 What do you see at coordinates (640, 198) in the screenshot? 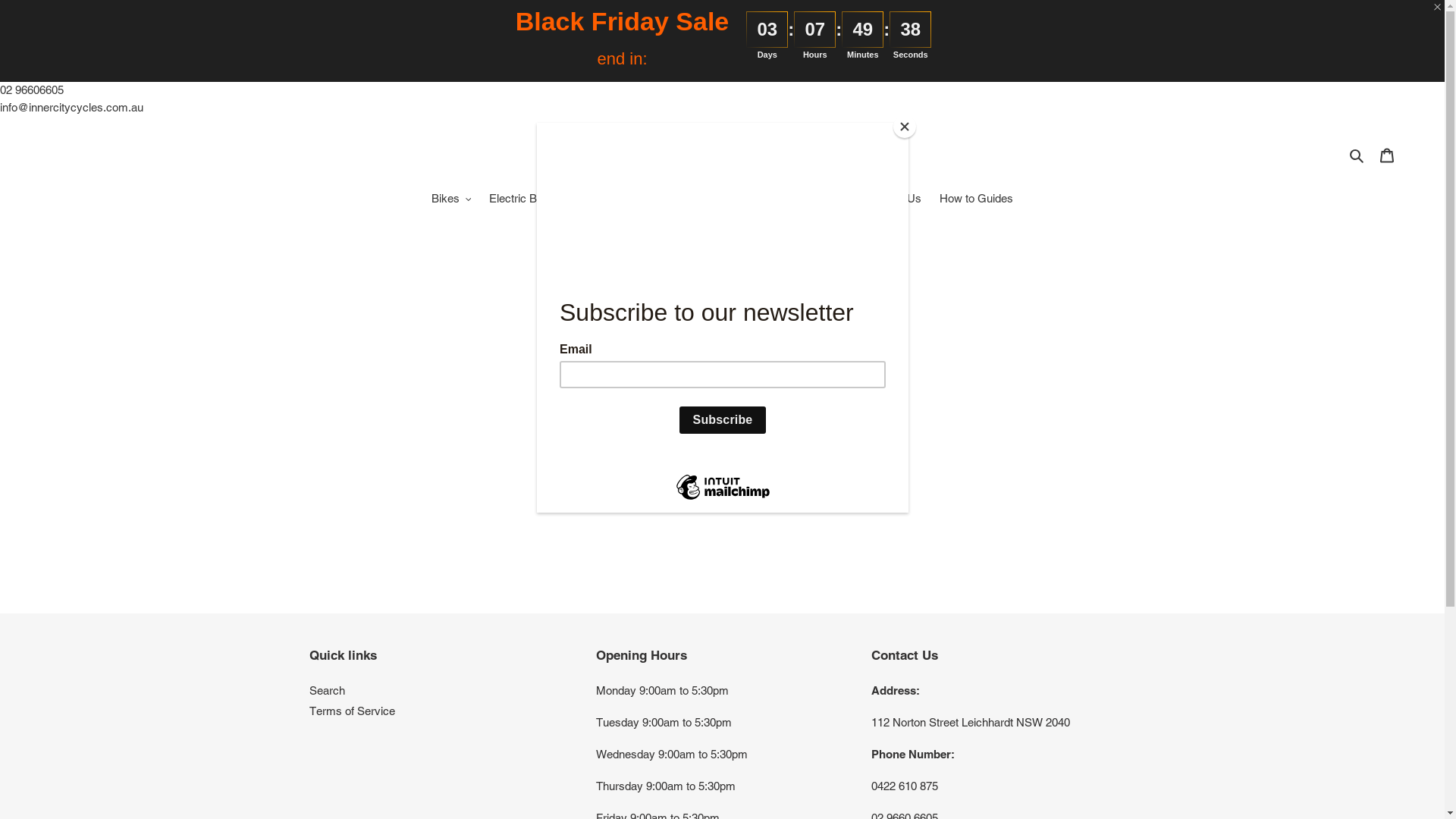
I see `'Accessories'` at bounding box center [640, 198].